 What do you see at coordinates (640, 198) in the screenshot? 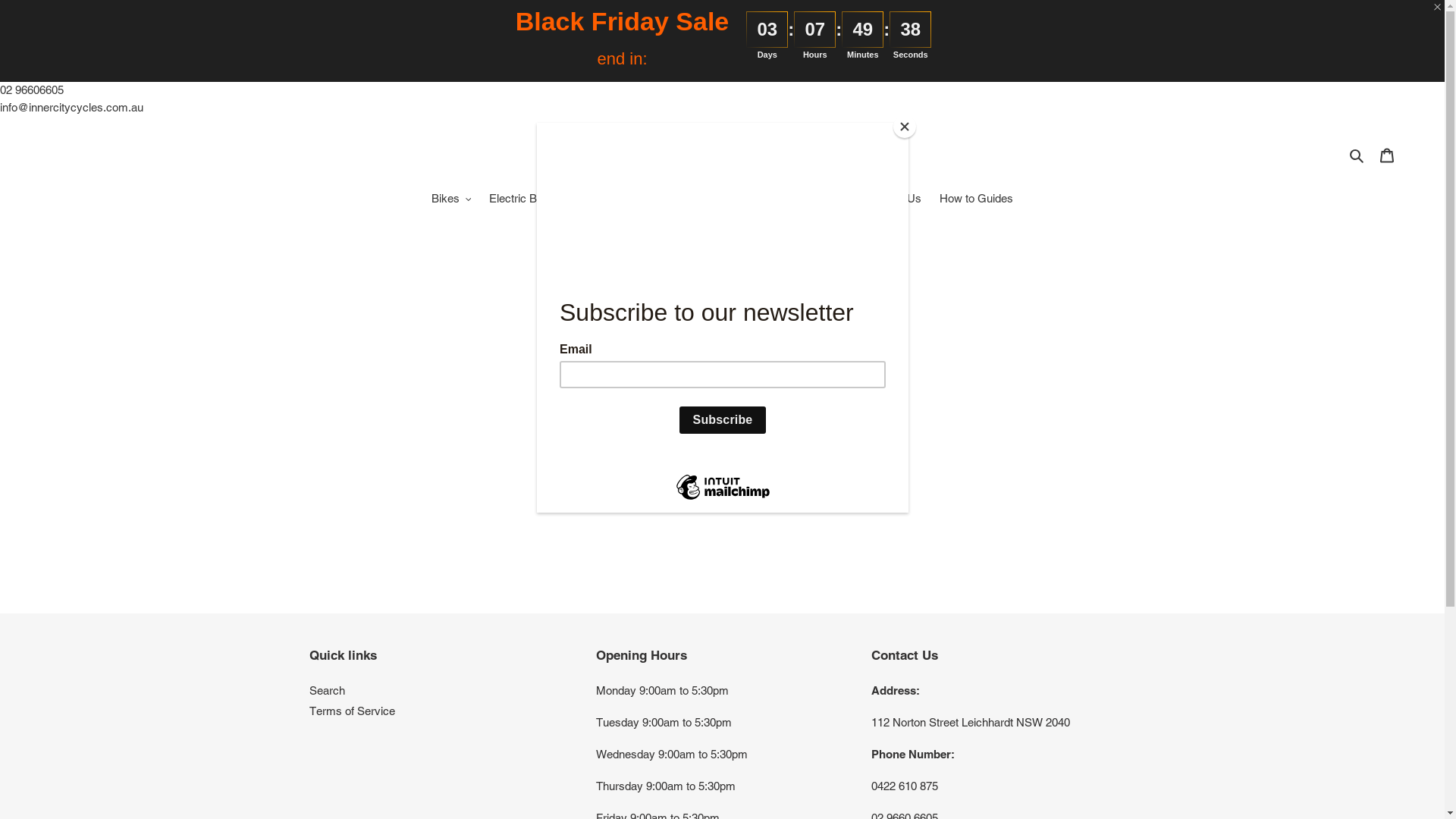
I see `'Accessories'` at bounding box center [640, 198].